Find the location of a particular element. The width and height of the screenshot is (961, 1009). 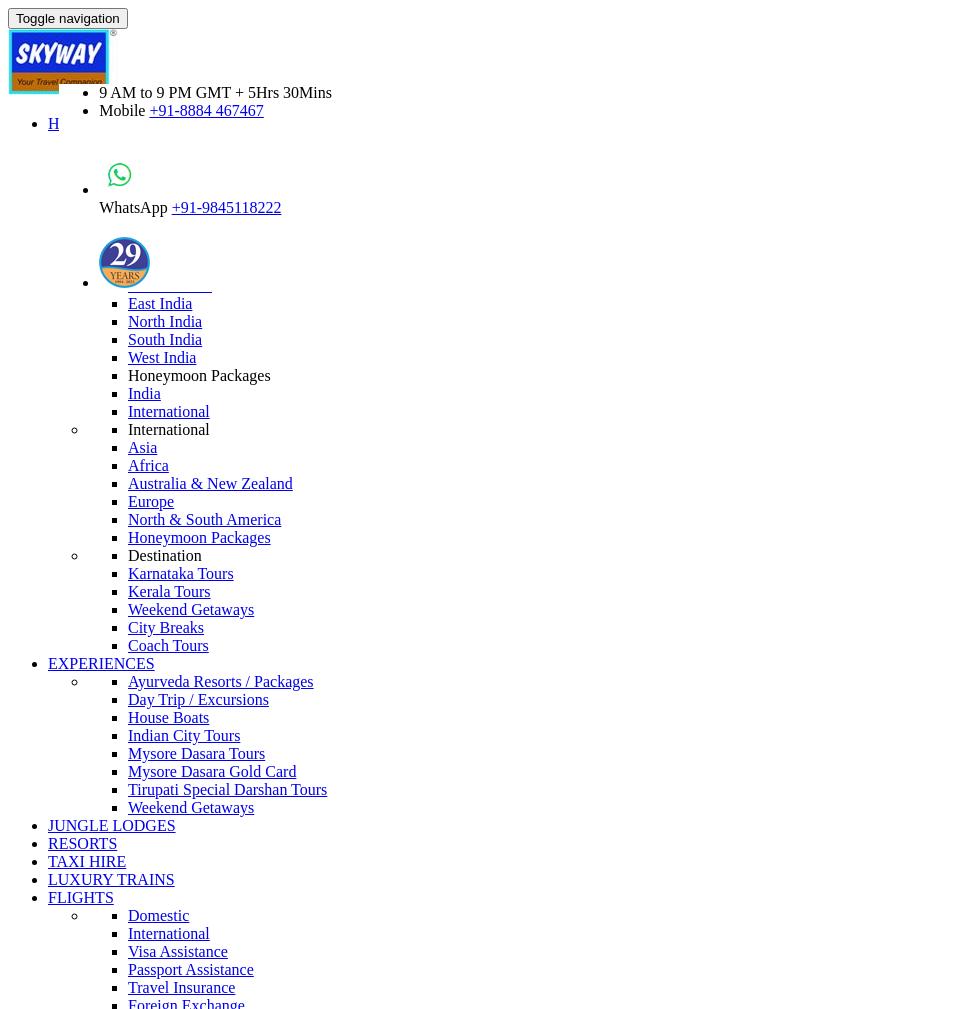

'Travel Insurance' is located at coordinates (181, 987).